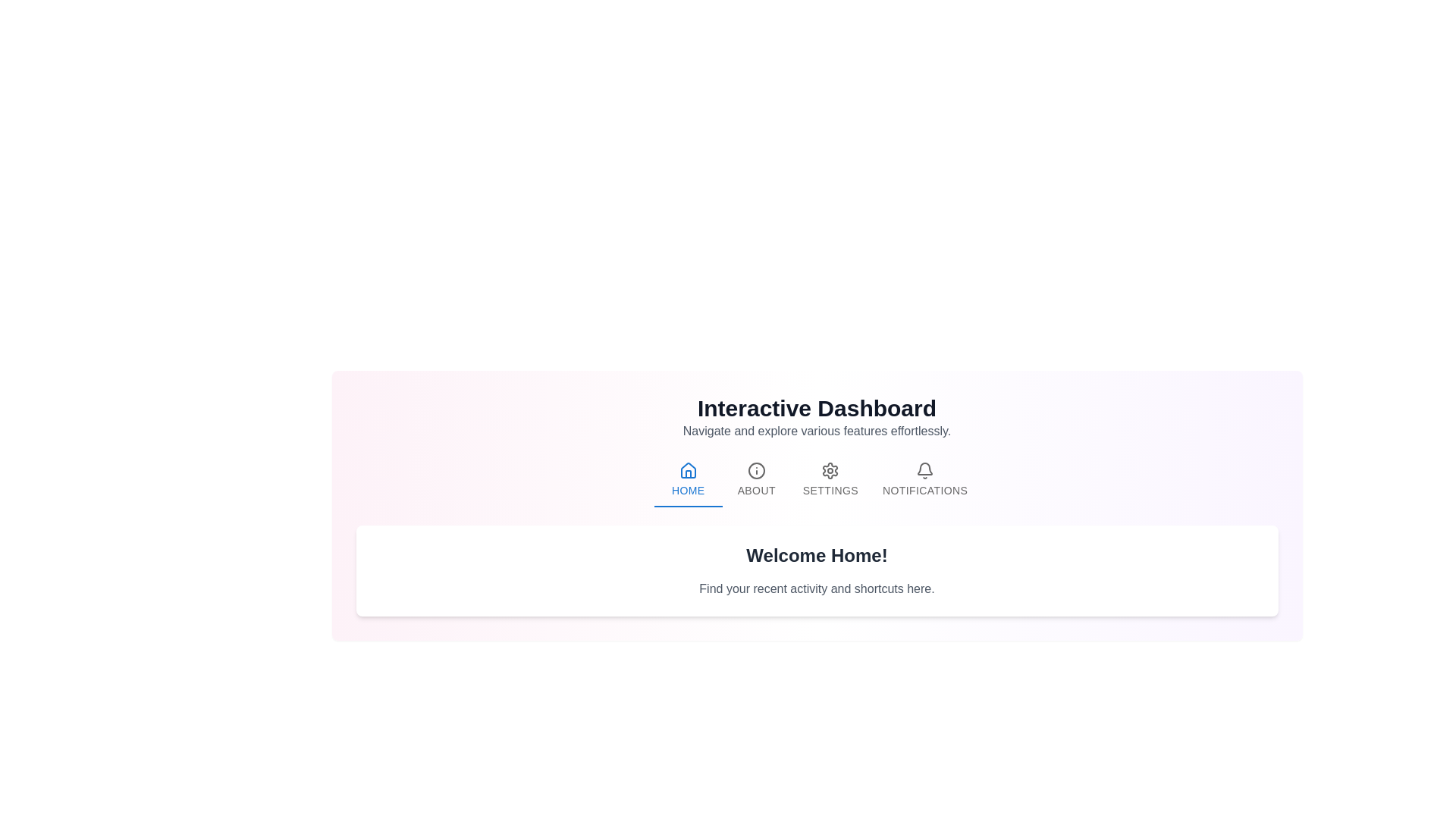 The width and height of the screenshot is (1456, 819). I want to click on the Text Label located beneath the heading 'Interactive Dashboard', which provides context about the dashboard's features, so click(816, 431).